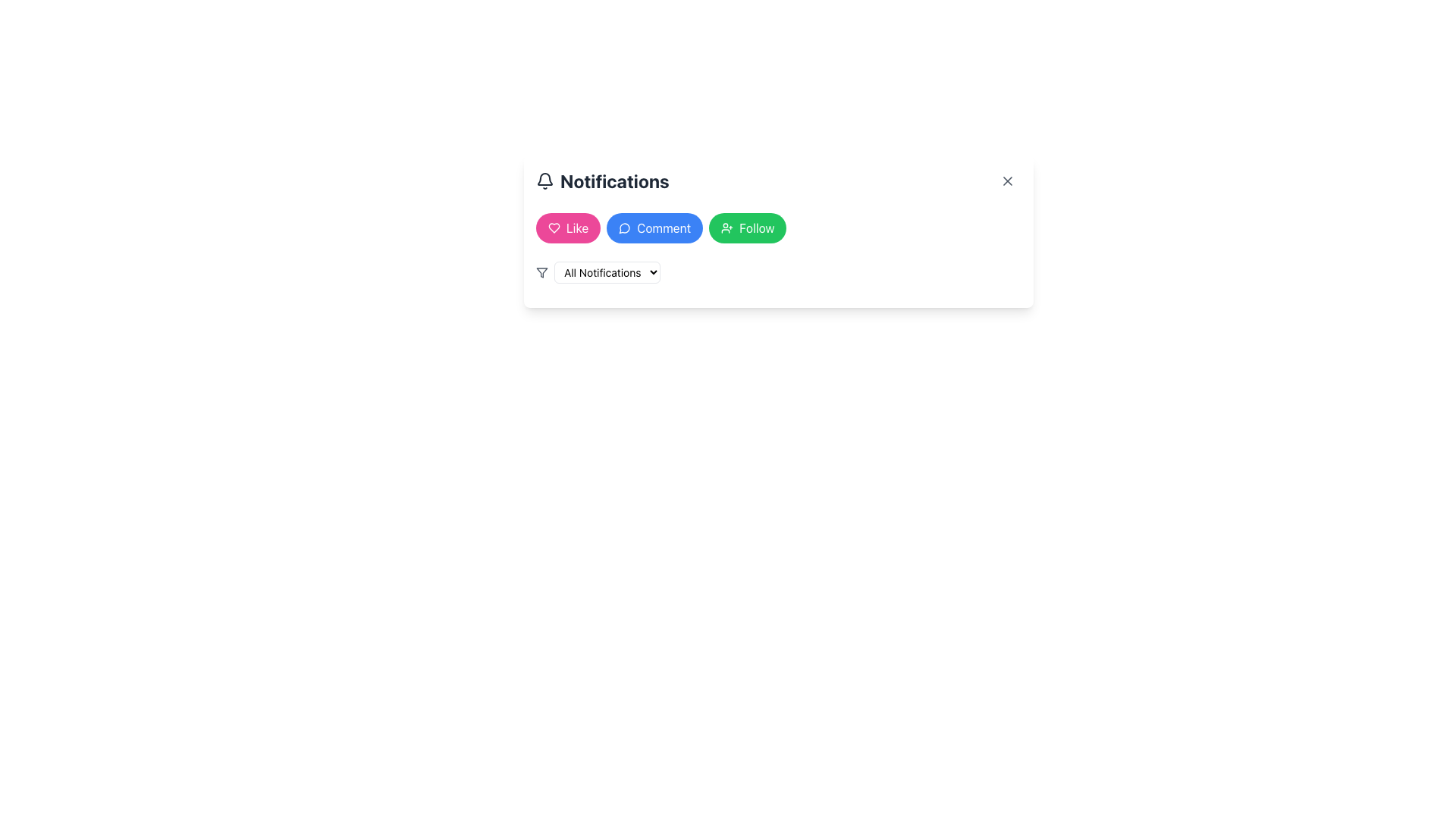 This screenshot has width=1456, height=819. Describe the element at coordinates (545, 178) in the screenshot. I see `the bell-shaped notification icon located to the immediate left of the 'Notifications' title text in the header section` at that location.